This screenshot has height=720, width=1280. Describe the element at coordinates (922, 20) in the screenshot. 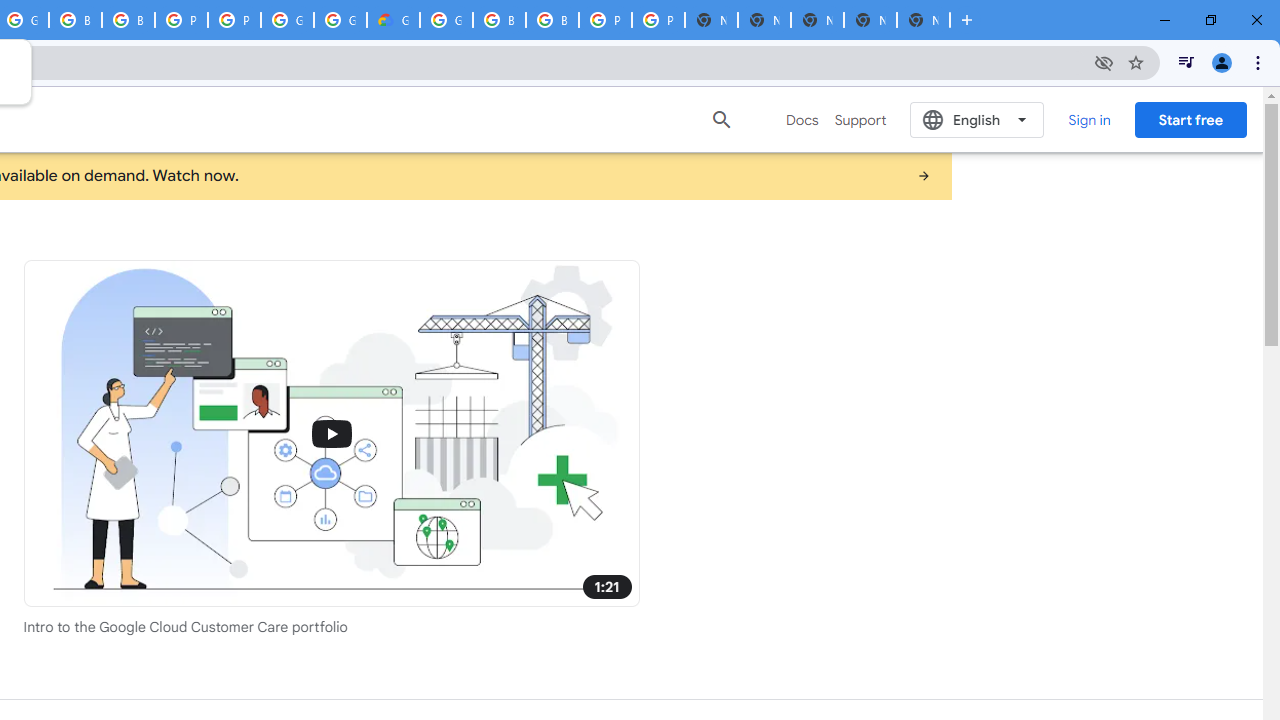

I see `'New Tab'` at that location.